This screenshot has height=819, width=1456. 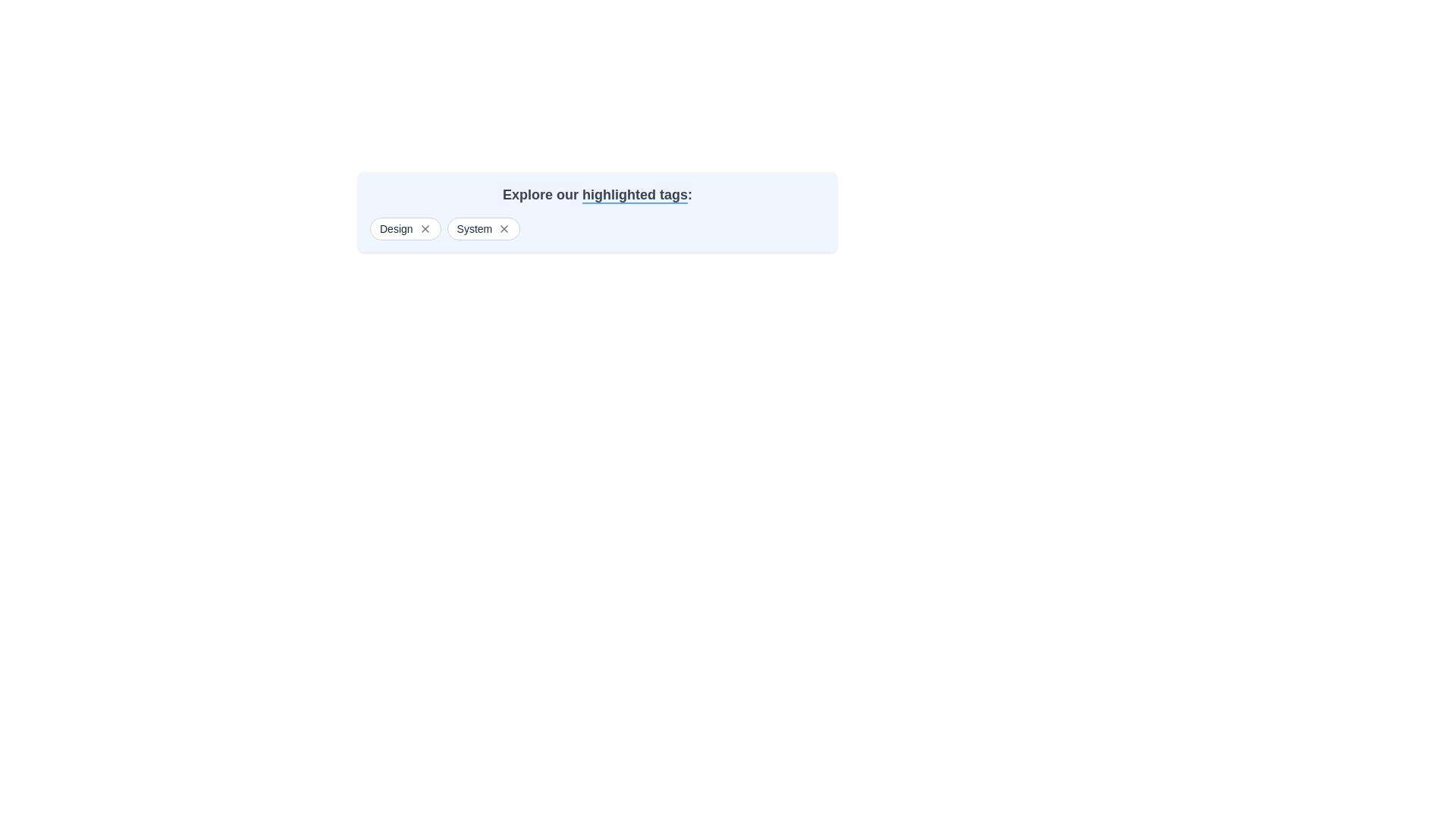 What do you see at coordinates (504, 228) in the screenshot?
I see `the closure button located on the right side of the 'System' pill-shaped button` at bounding box center [504, 228].